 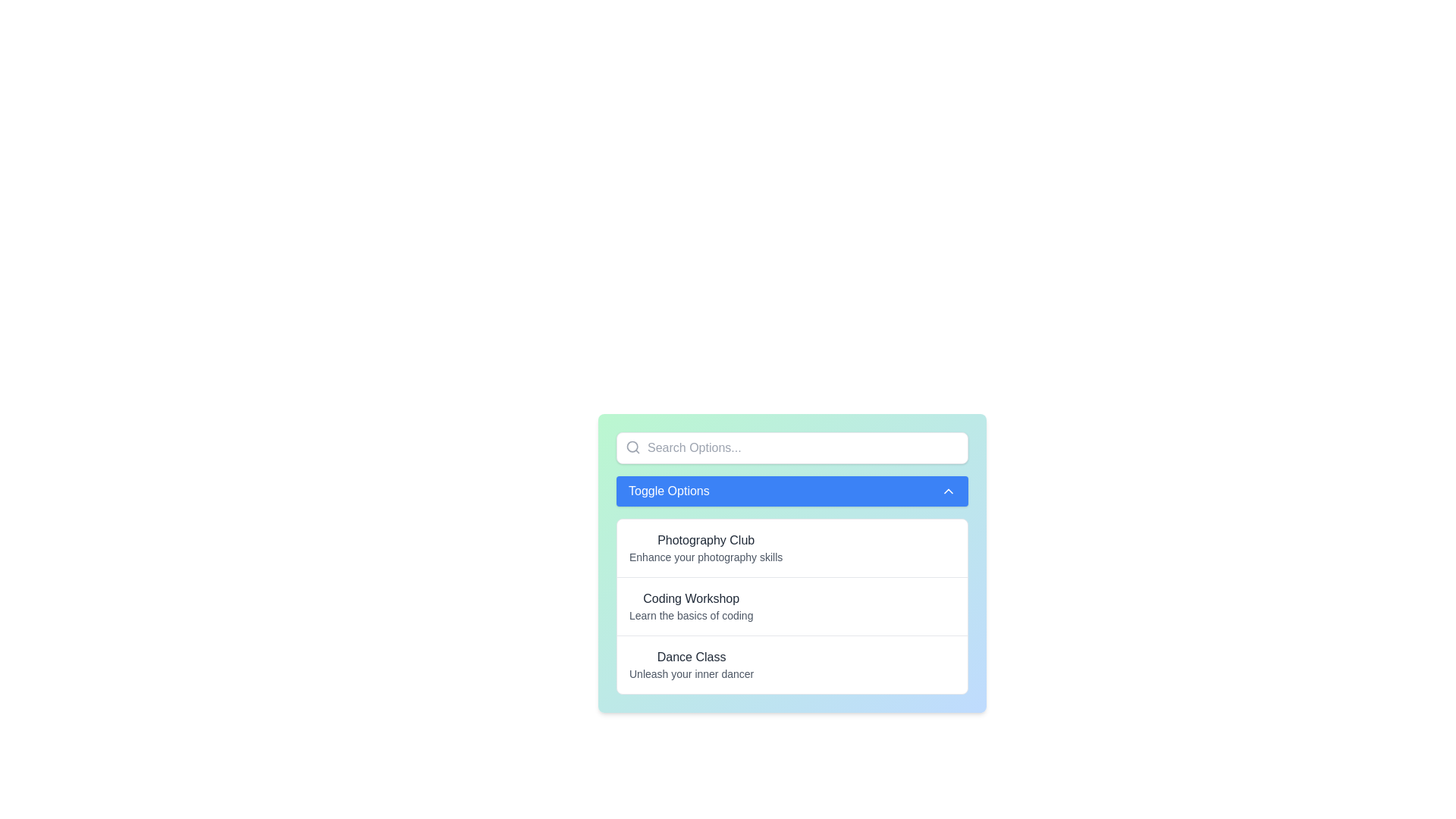 What do you see at coordinates (792, 605) in the screenshot?
I see `the second list item in the menu that provides information about a coding workshop, located between the 'Photography Club' and 'Dance Class' sections` at bounding box center [792, 605].